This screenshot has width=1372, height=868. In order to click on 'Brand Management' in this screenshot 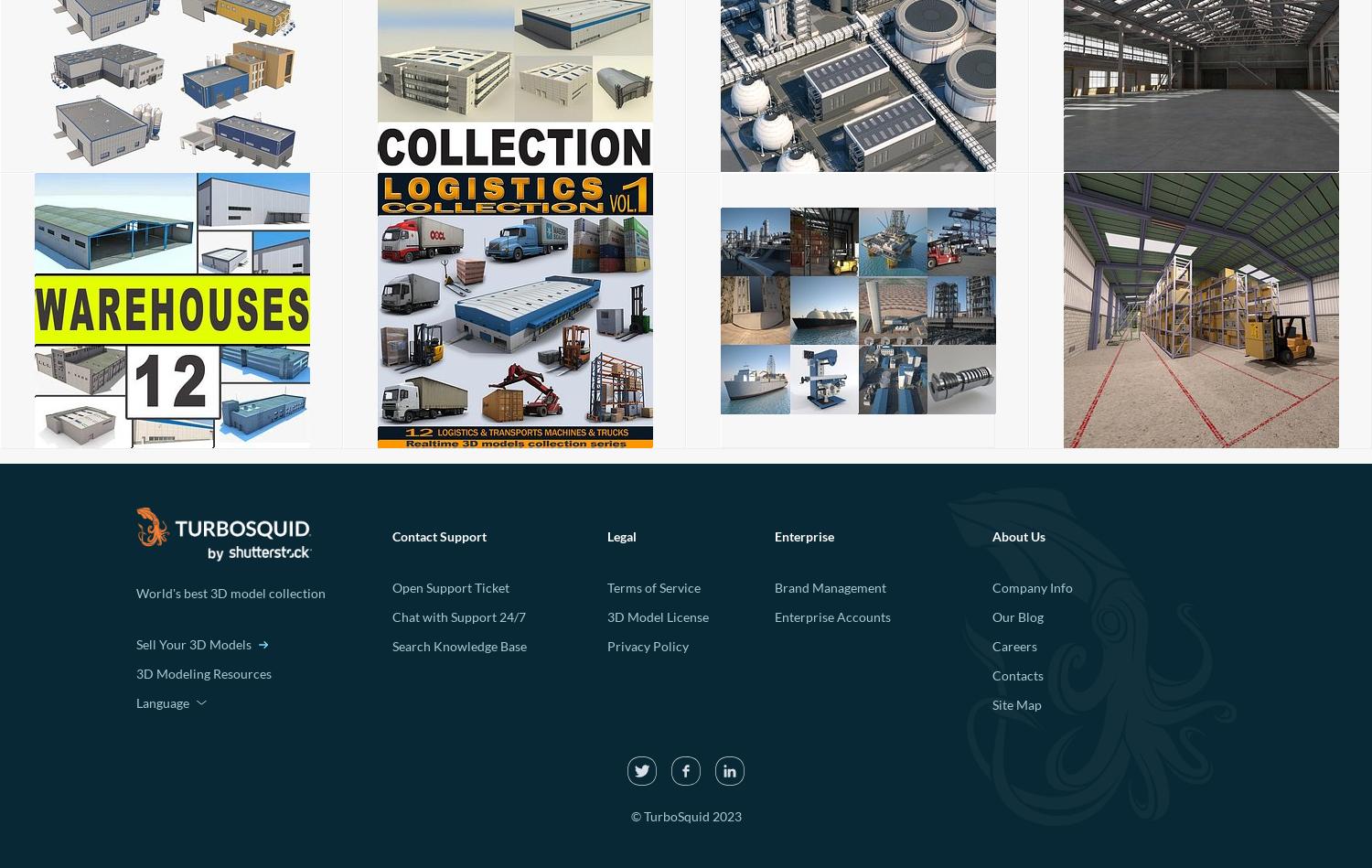, I will do `click(830, 587)`.